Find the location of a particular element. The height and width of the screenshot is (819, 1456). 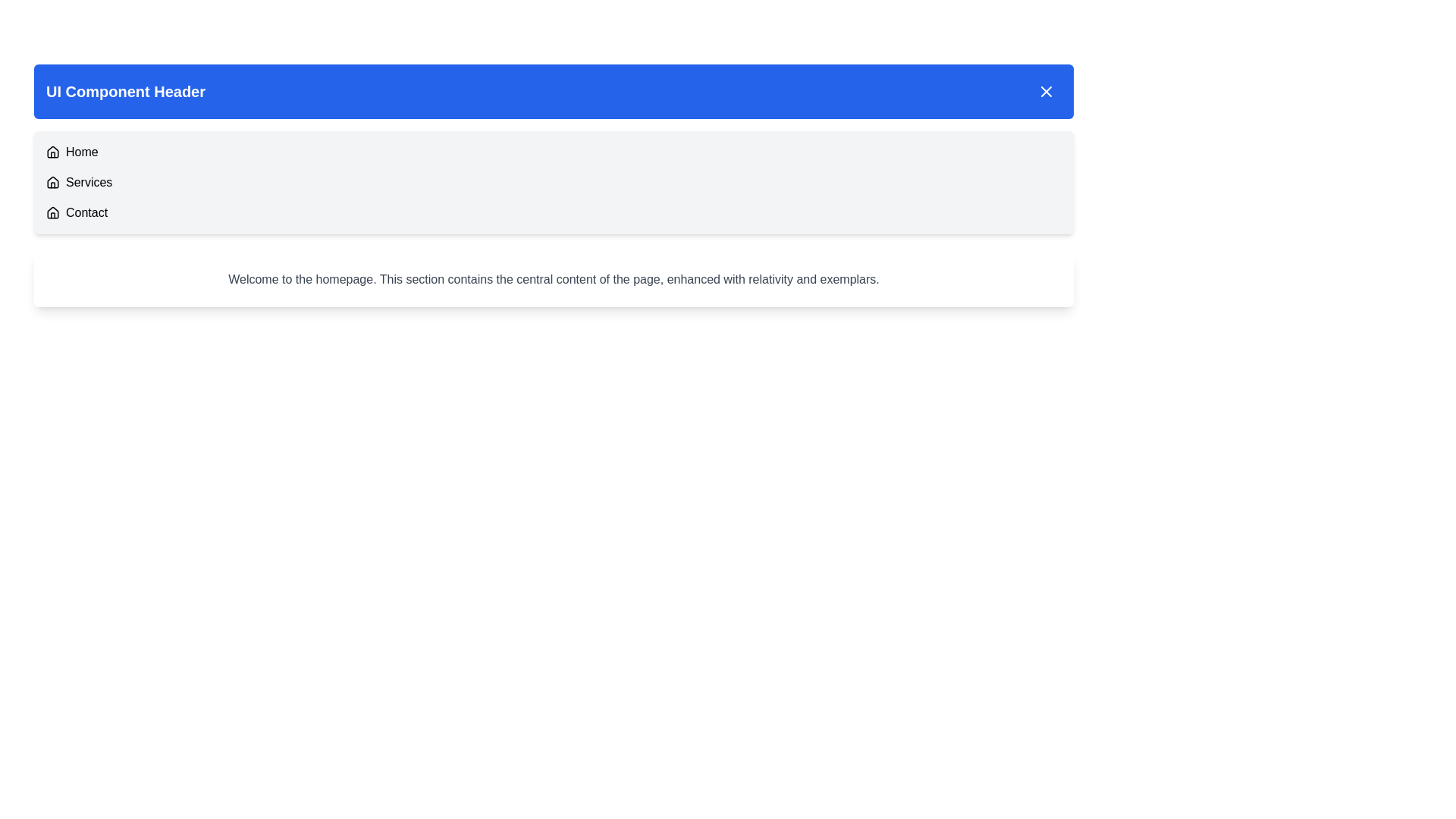

welcome message displayed in the informational text block located at the bottom of the viewport, under the 'Home', 'Services', and 'Contact' links is located at coordinates (553, 280).